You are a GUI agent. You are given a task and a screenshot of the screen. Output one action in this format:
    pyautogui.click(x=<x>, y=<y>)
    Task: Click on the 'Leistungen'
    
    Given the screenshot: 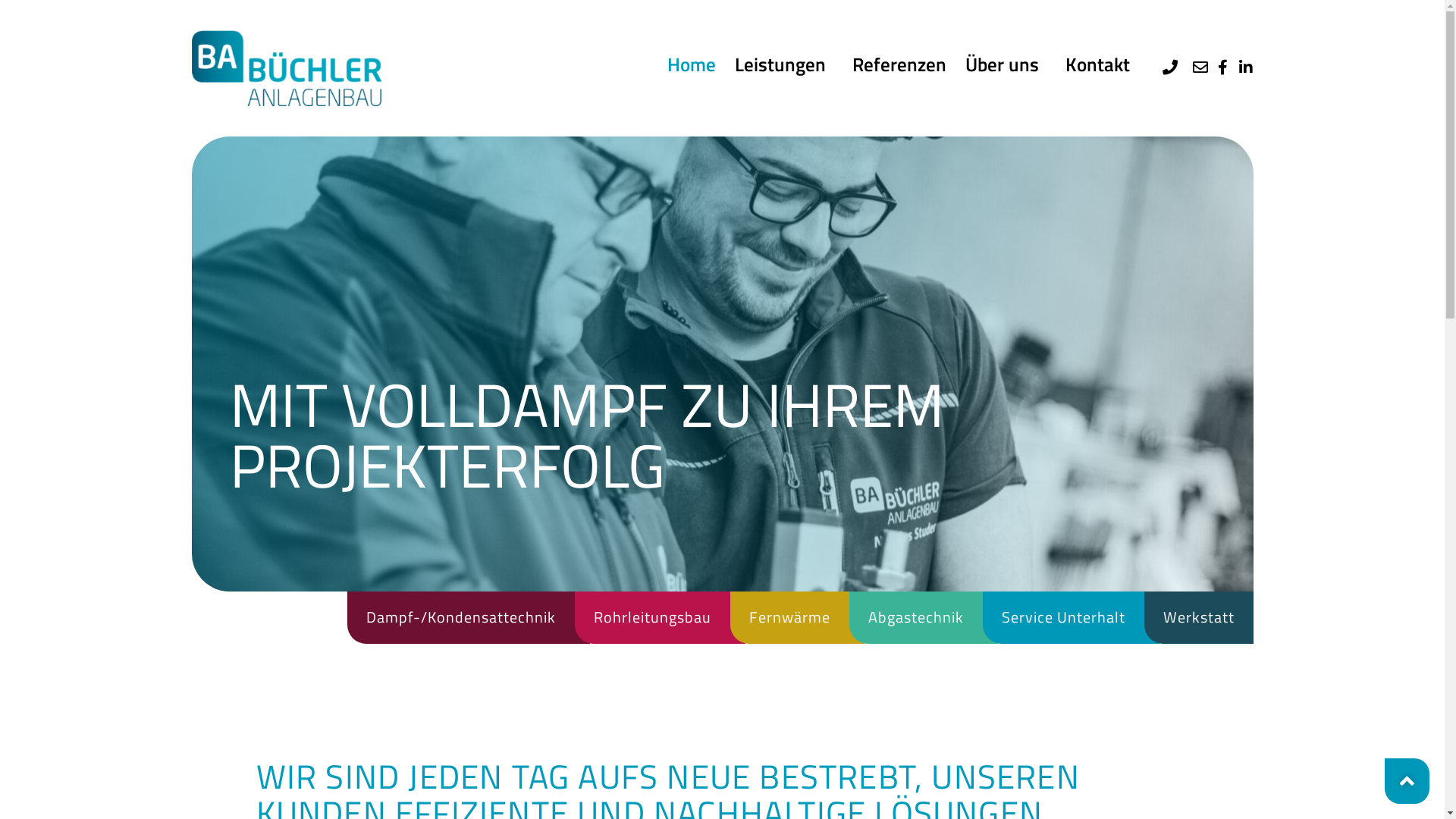 What is the action you would take?
    pyautogui.click(x=783, y=64)
    